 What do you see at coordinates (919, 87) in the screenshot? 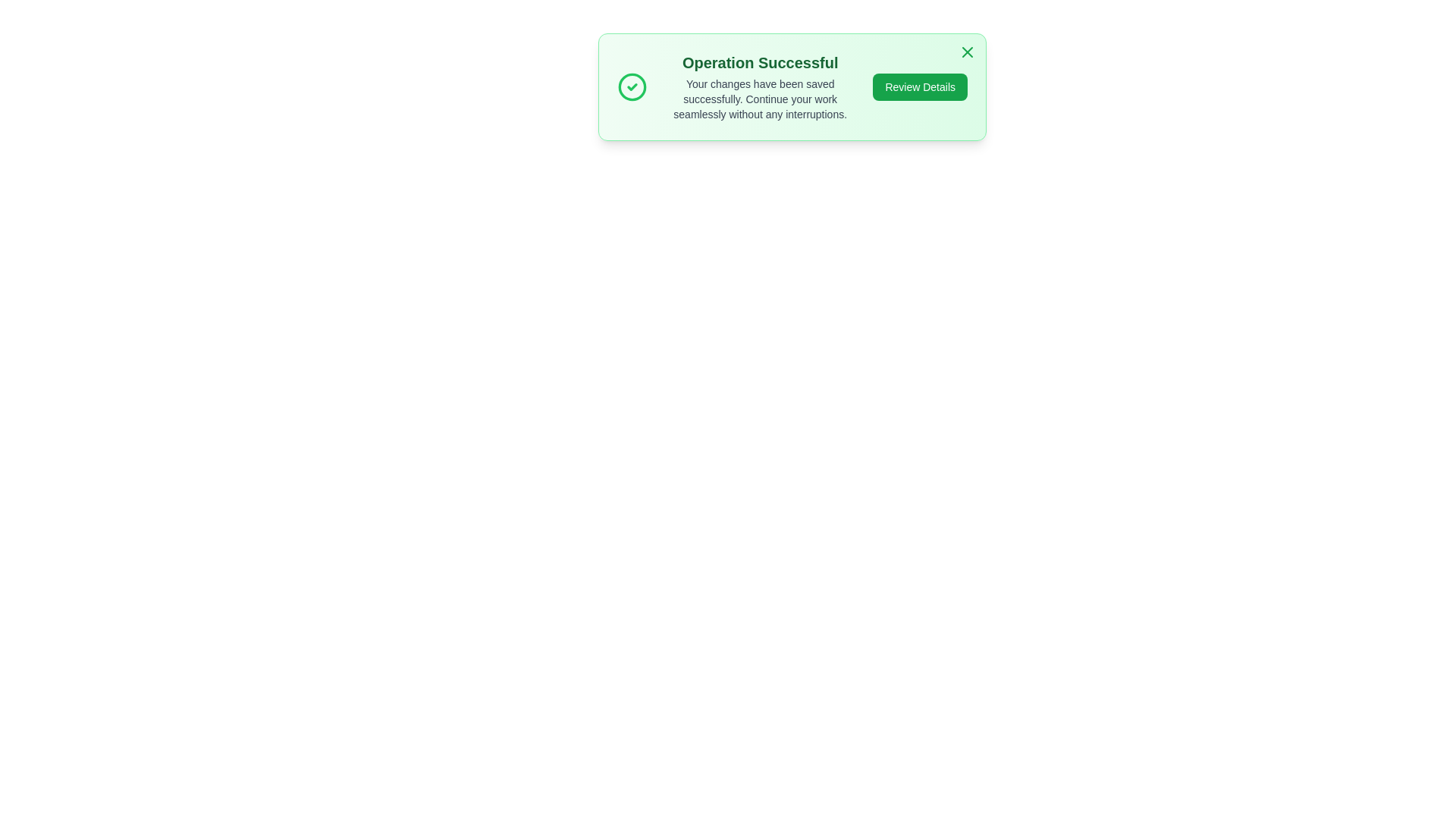
I see `the 'Review Details' button to proceed with the provided information` at bounding box center [919, 87].